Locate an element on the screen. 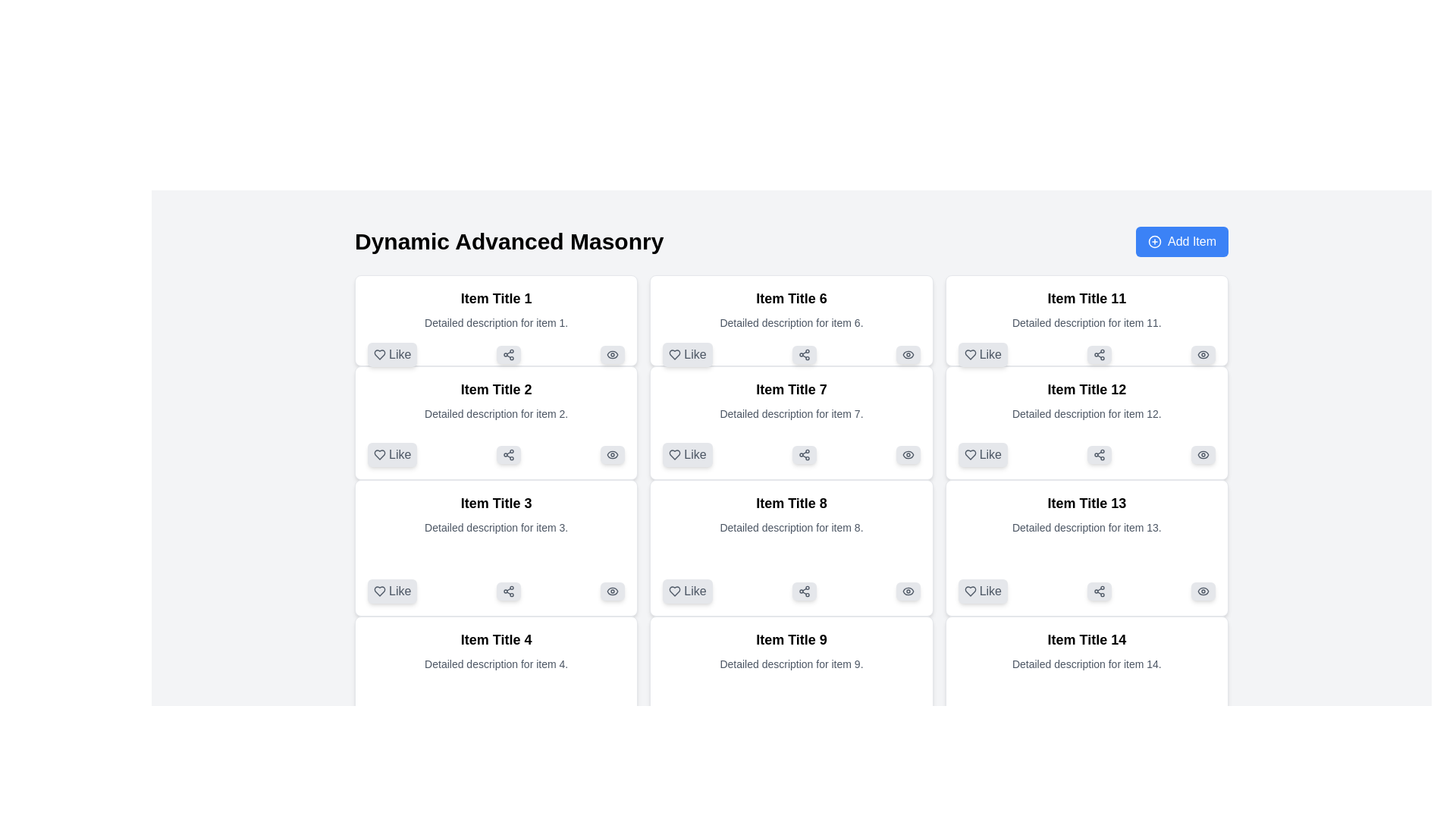 Image resolution: width=1456 pixels, height=819 pixels. the text label displaying 'Item Title 12', which is styled in bold and larger font size, located in the third column of the grid layout is located at coordinates (1086, 388).